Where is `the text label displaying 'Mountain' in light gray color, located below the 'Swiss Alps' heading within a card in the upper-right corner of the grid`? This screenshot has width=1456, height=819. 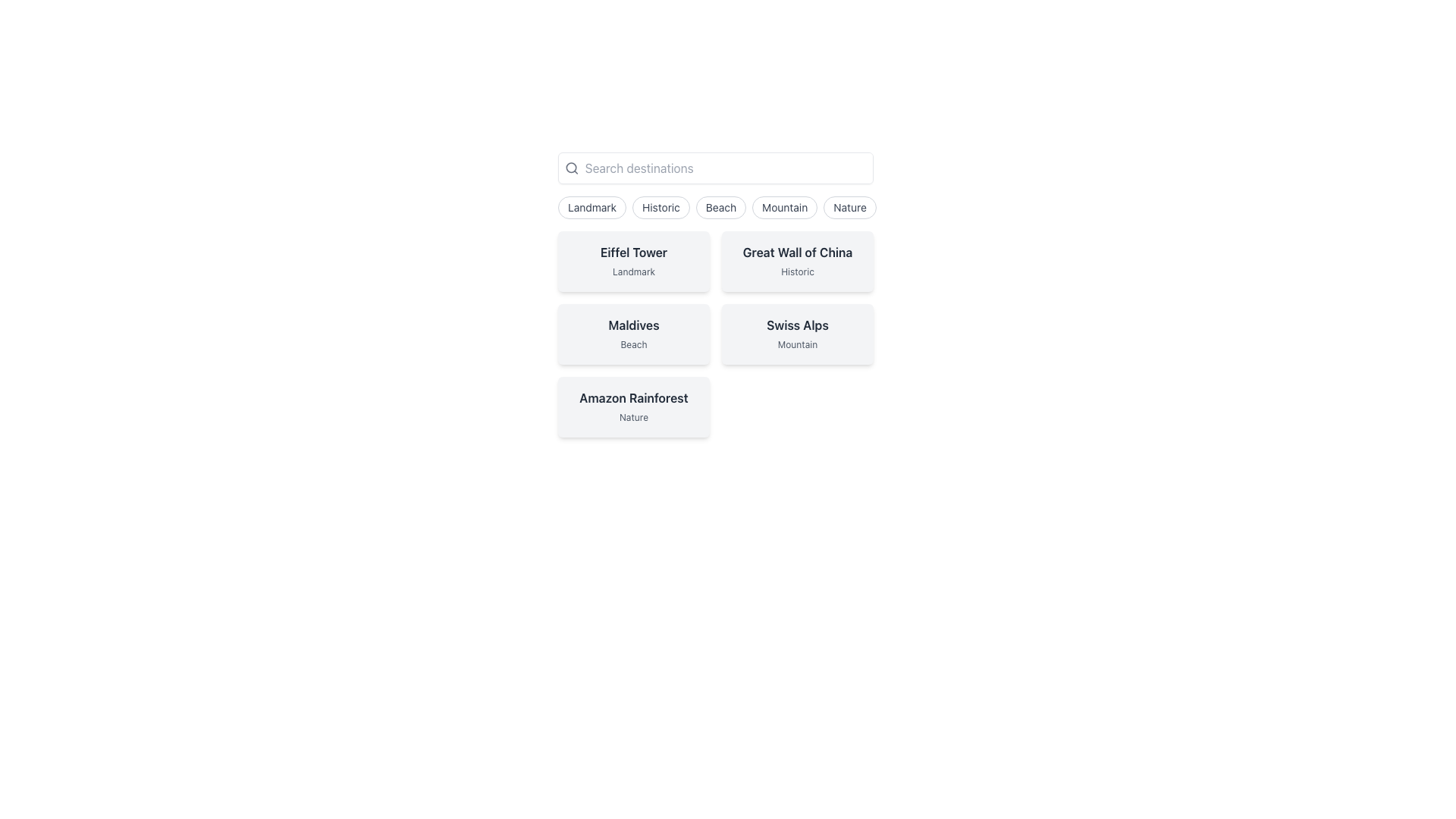
the text label displaying 'Mountain' in light gray color, located below the 'Swiss Alps' heading within a card in the upper-right corner of the grid is located at coordinates (796, 344).